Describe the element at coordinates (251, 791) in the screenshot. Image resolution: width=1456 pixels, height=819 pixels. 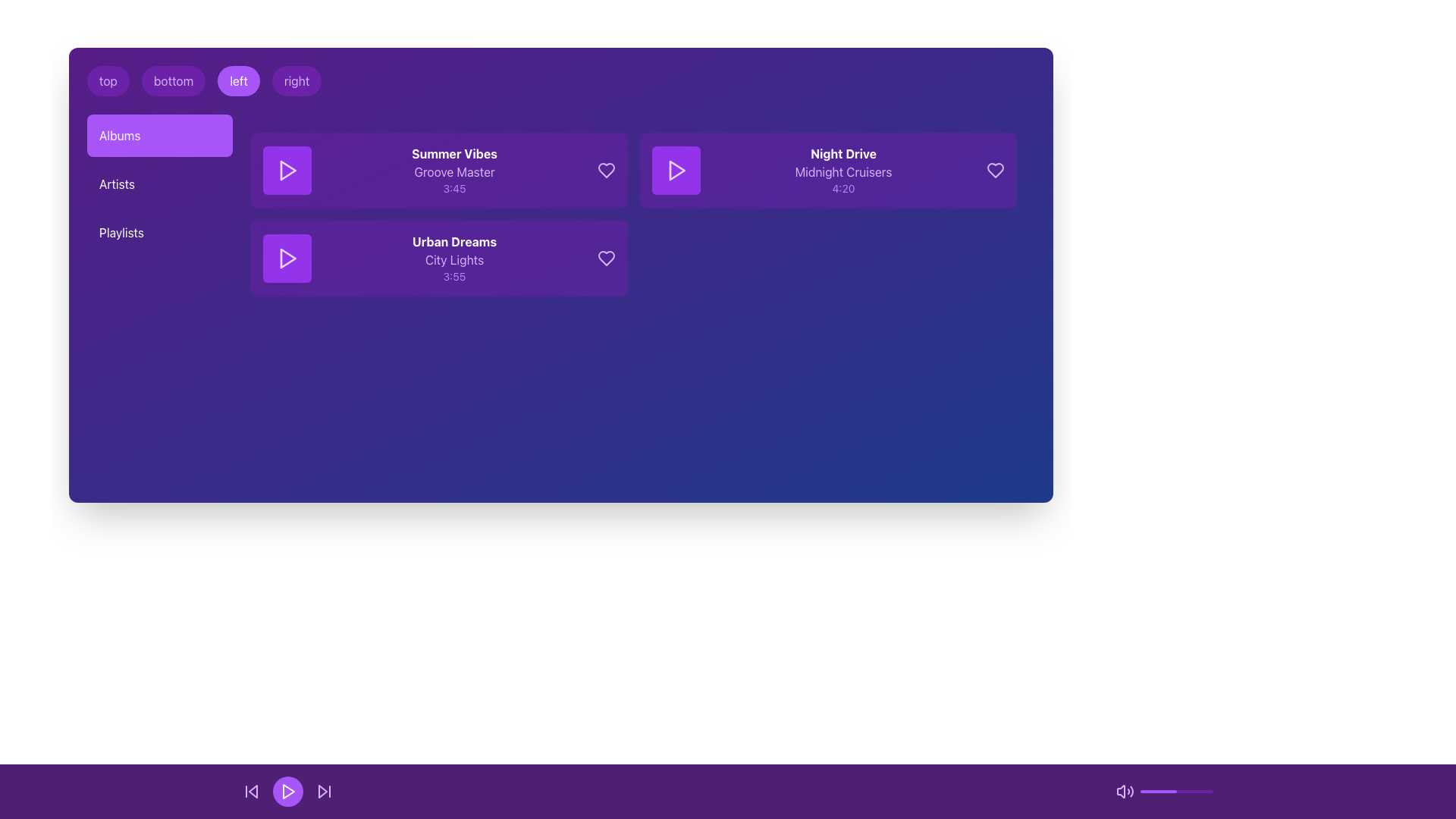
I see `the backward skip button icon, which is a purple playback control with an arrow pointing left, to change its appearance to white` at that location.